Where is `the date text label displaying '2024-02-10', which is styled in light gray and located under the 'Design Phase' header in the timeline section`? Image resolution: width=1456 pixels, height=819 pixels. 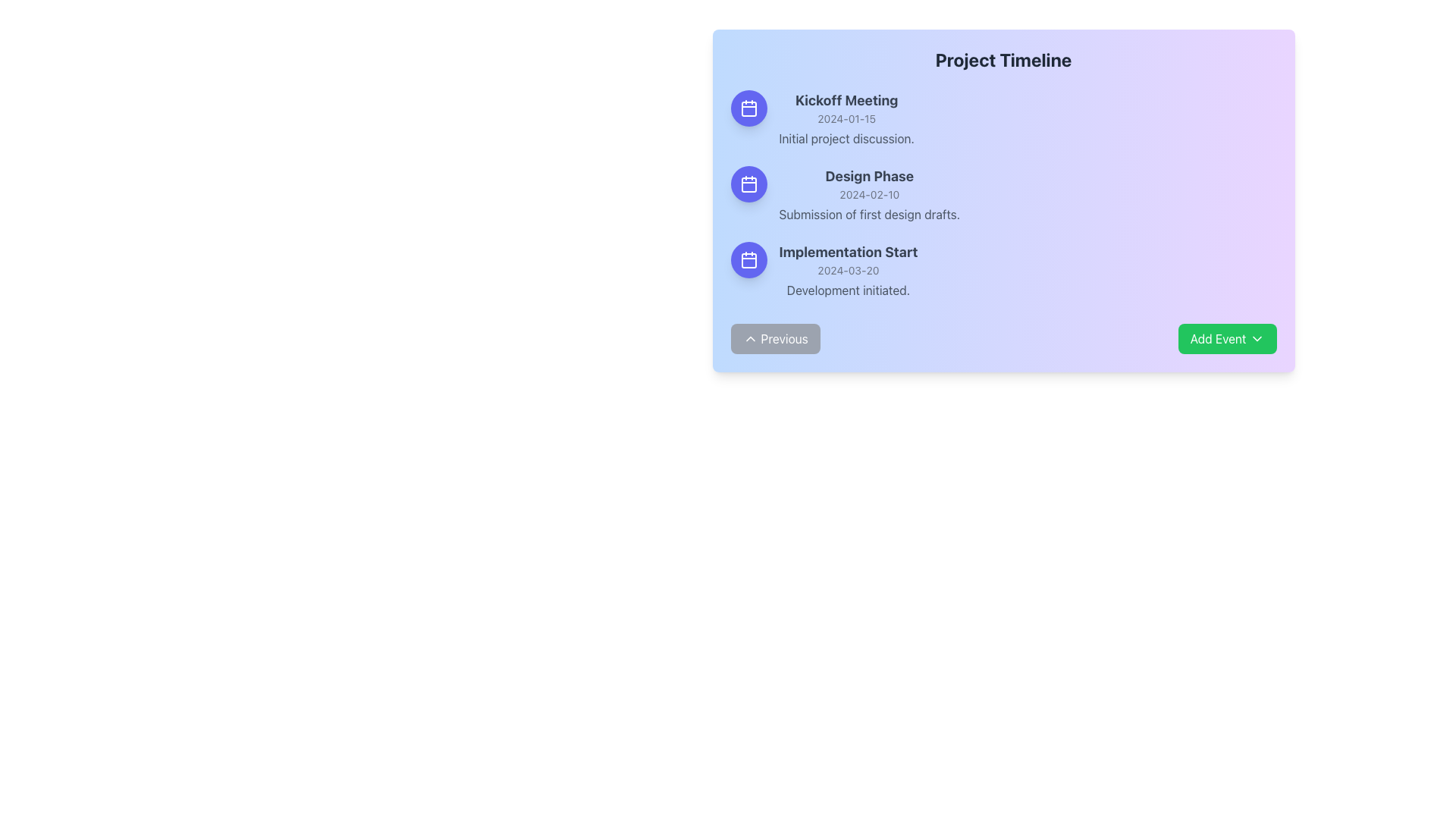
the date text label displaying '2024-02-10', which is styled in light gray and located under the 'Design Phase' header in the timeline section is located at coordinates (869, 194).